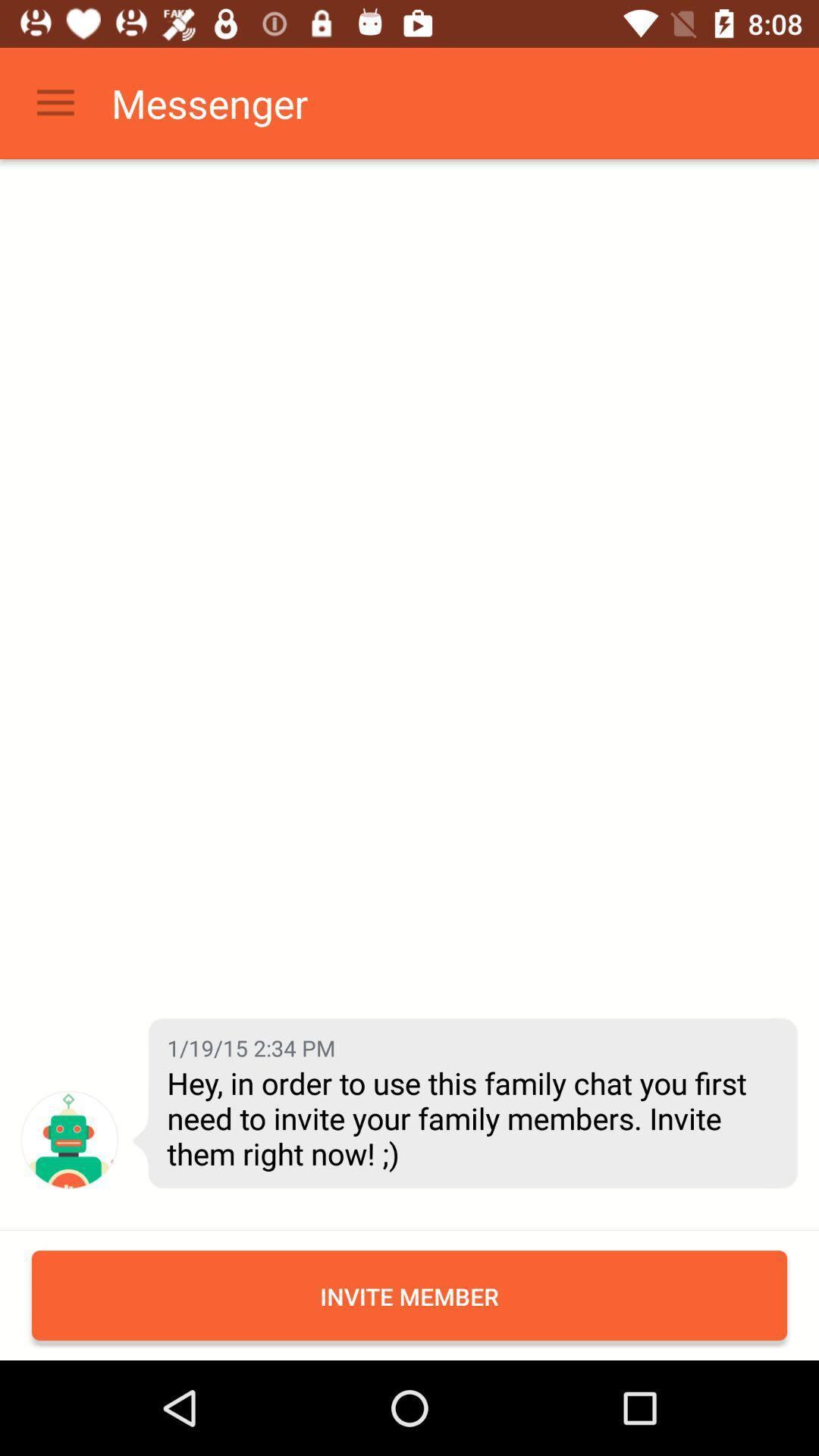 The image size is (819, 1456). What do you see at coordinates (69, 1140) in the screenshot?
I see `item next to hey in order item` at bounding box center [69, 1140].